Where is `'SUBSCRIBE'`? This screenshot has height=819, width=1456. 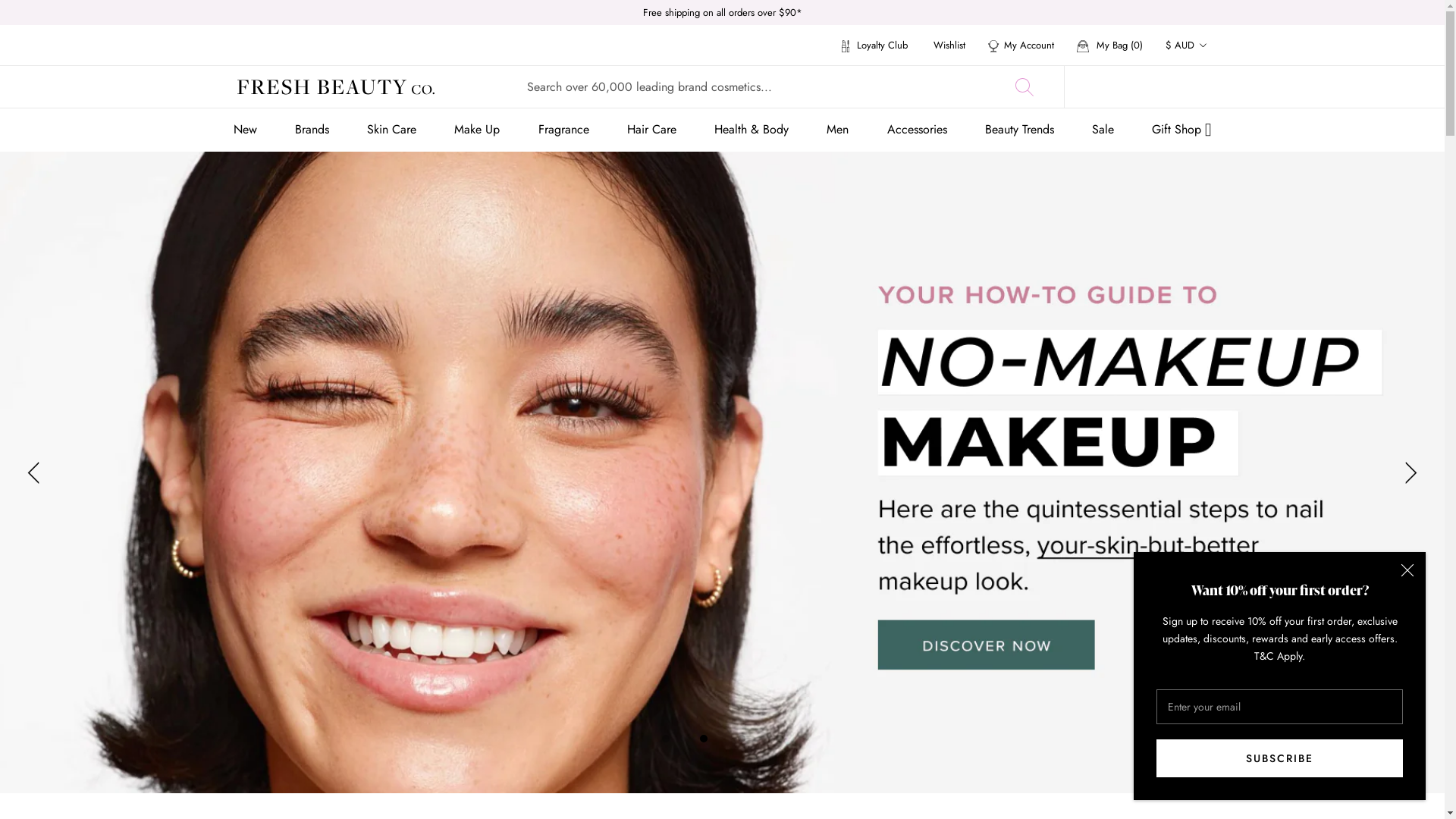 'SUBSCRIBE' is located at coordinates (1279, 758).